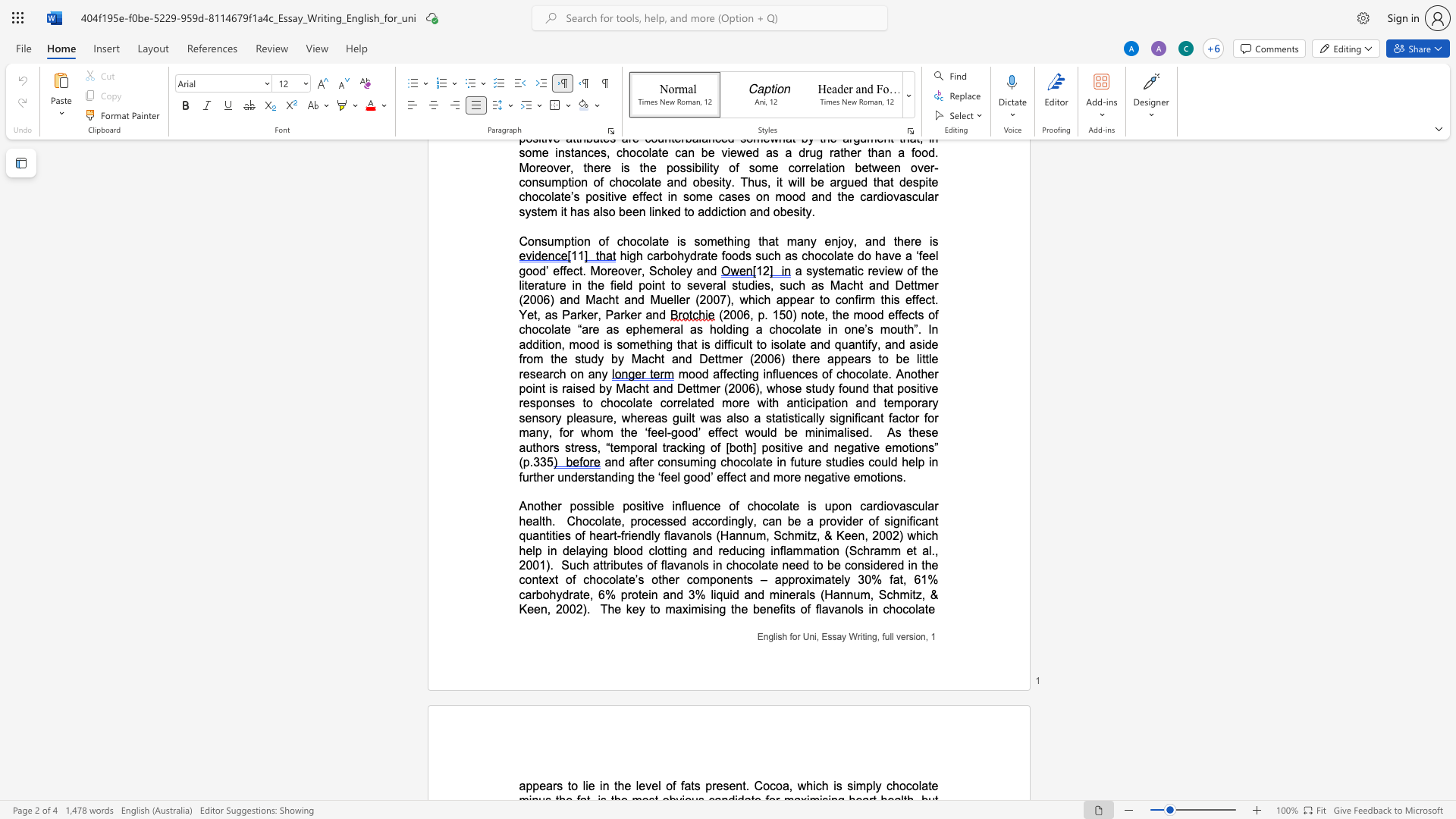 This screenshot has height=819, width=1456. What do you see at coordinates (670, 475) in the screenshot?
I see `the space between the continuous character "e" and "e" in the text` at bounding box center [670, 475].